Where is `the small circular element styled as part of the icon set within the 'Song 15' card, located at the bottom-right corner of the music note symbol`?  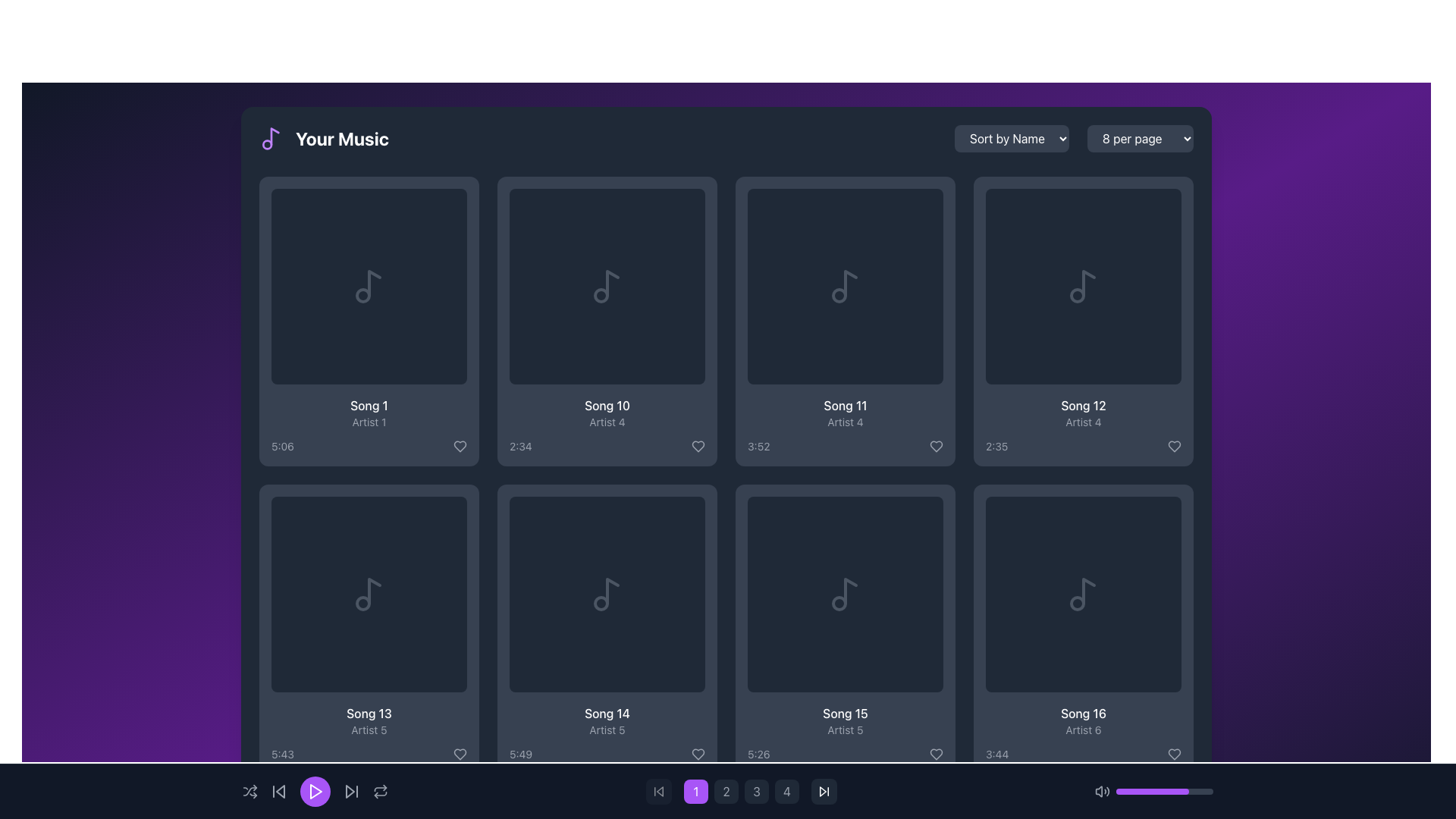
the small circular element styled as part of the icon set within the 'Song 15' card, located at the bottom-right corner of the music note symbol is located at coordinates (839, 602).